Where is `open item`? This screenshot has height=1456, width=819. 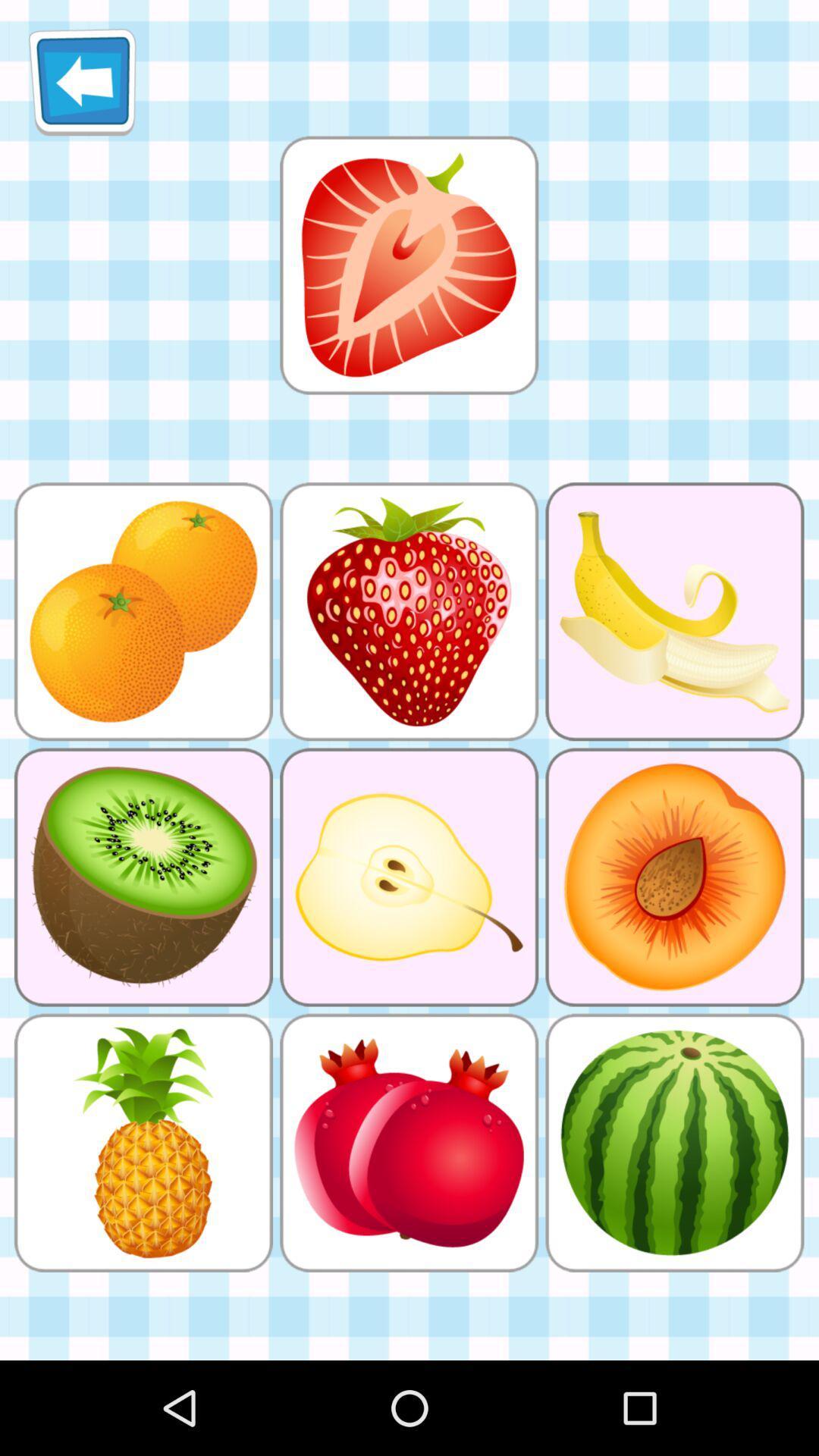
open item is located at coordinates (408, 265).